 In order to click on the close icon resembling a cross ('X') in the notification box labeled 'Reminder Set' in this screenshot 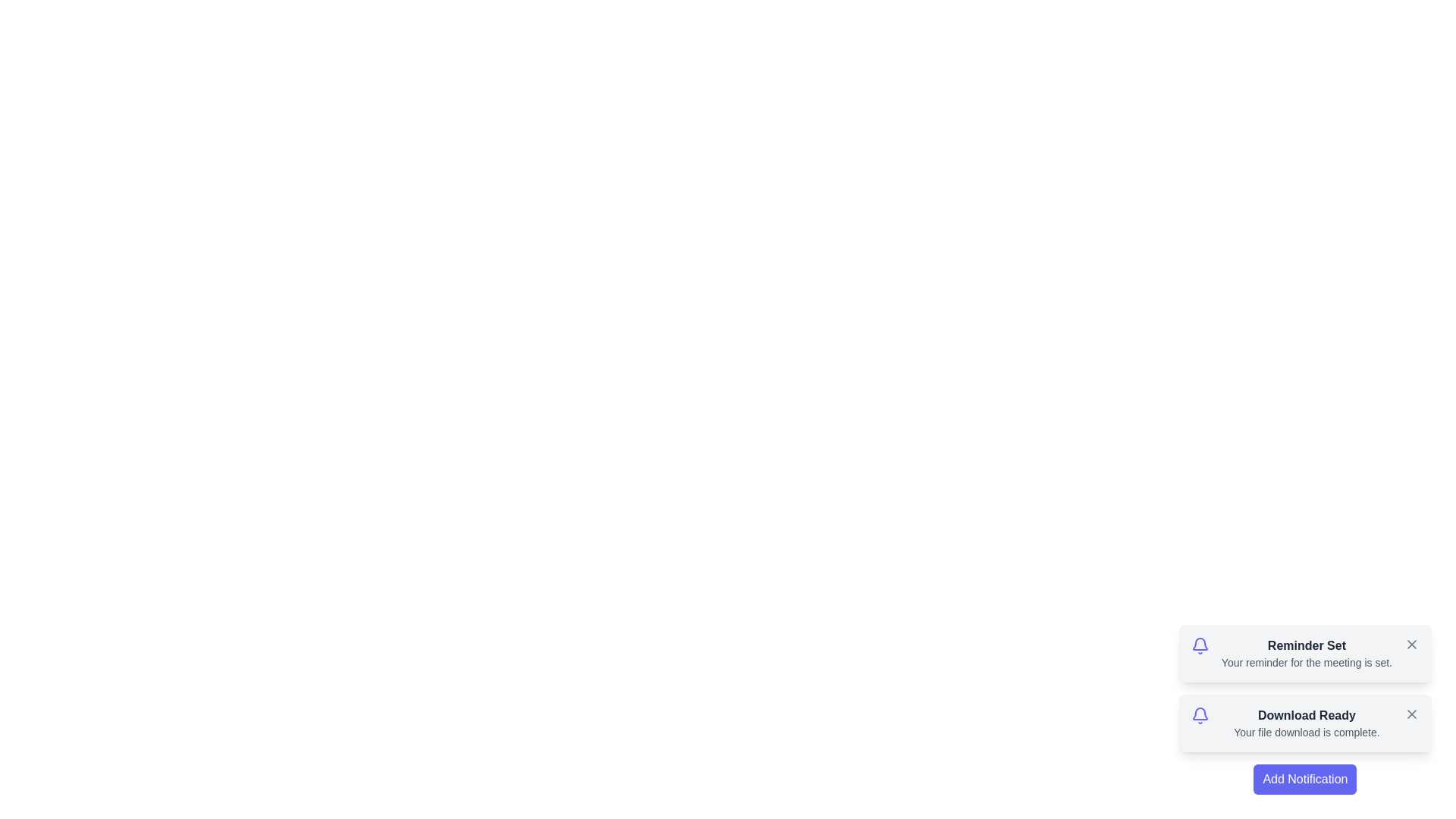, I will do `click(1411, 644)`.